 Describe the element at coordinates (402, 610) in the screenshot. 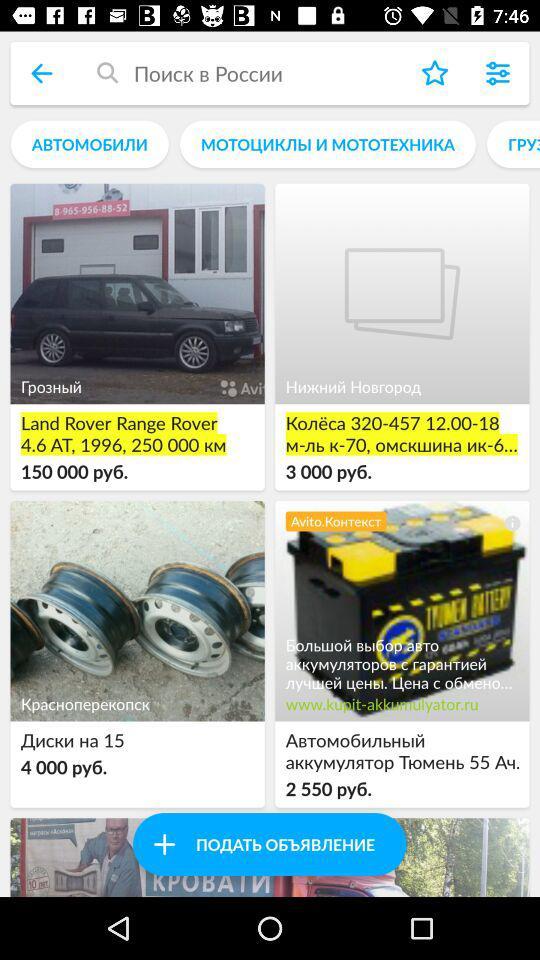

I see `the first right image from bottom` at that location.